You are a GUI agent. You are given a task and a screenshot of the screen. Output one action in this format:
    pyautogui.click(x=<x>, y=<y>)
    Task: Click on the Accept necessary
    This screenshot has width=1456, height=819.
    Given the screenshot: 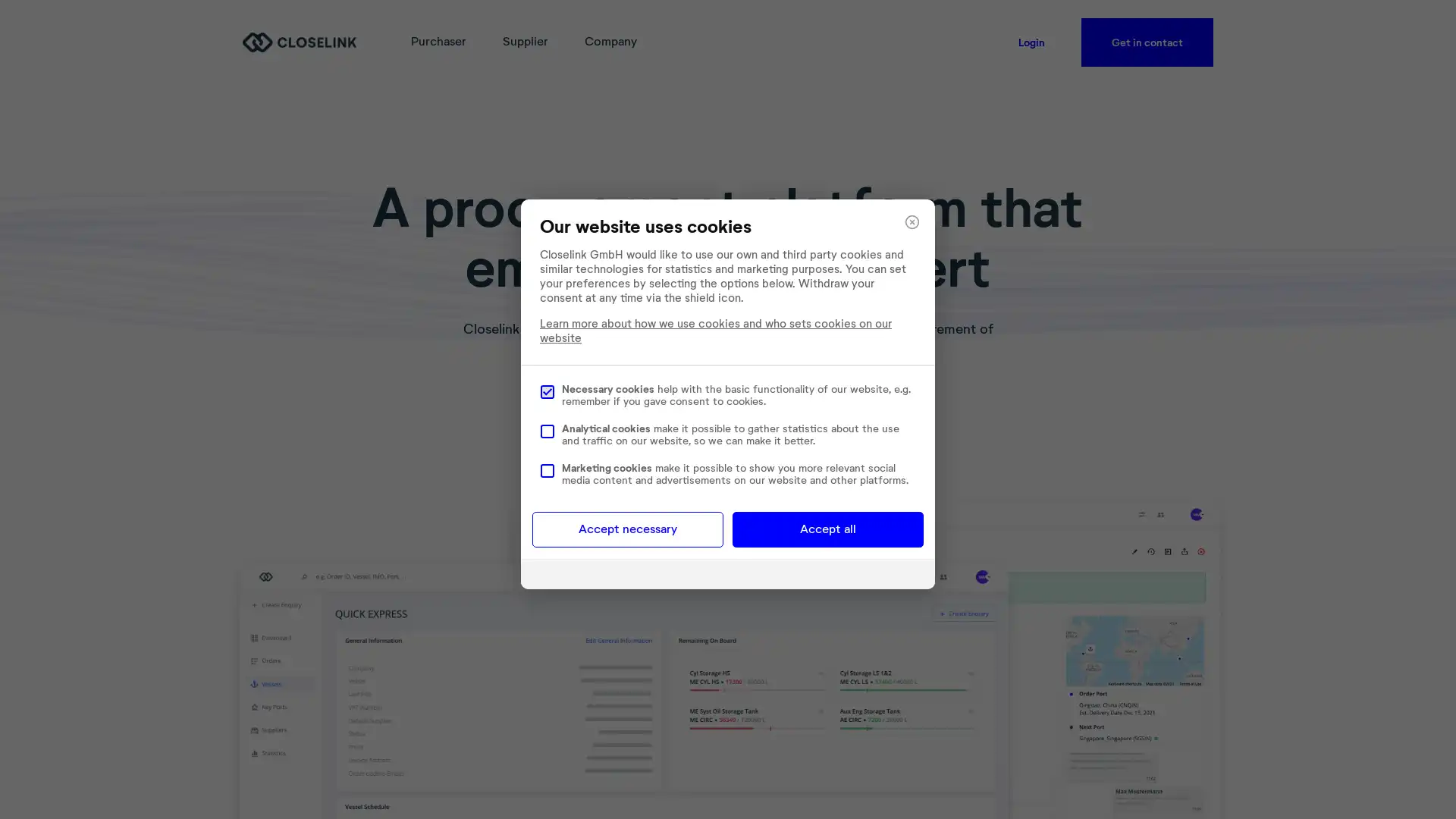 What is the action you would take?
    pyautogui.click(x=628, y=529)
    